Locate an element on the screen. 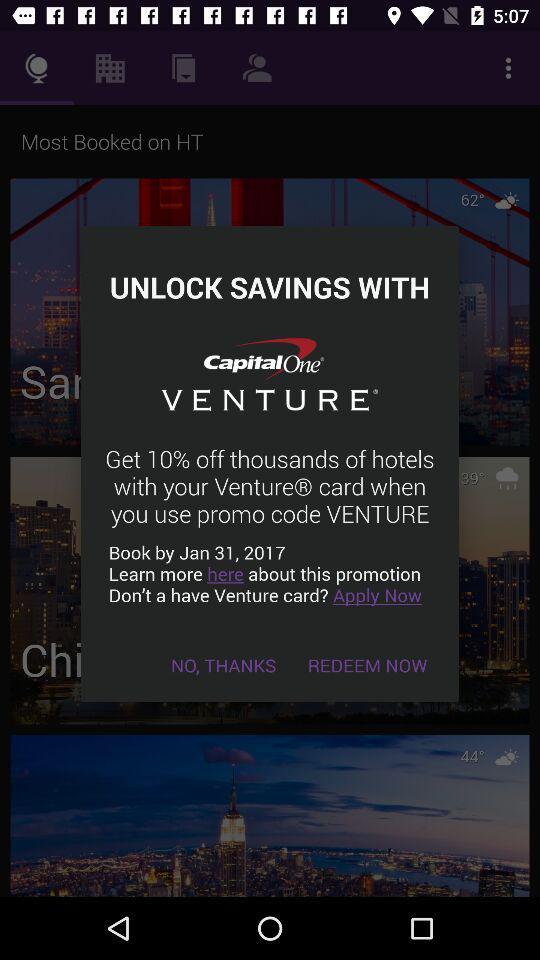 This screenshot has height=960, width=540. item at the bottom is located at coordinates (222, 665).